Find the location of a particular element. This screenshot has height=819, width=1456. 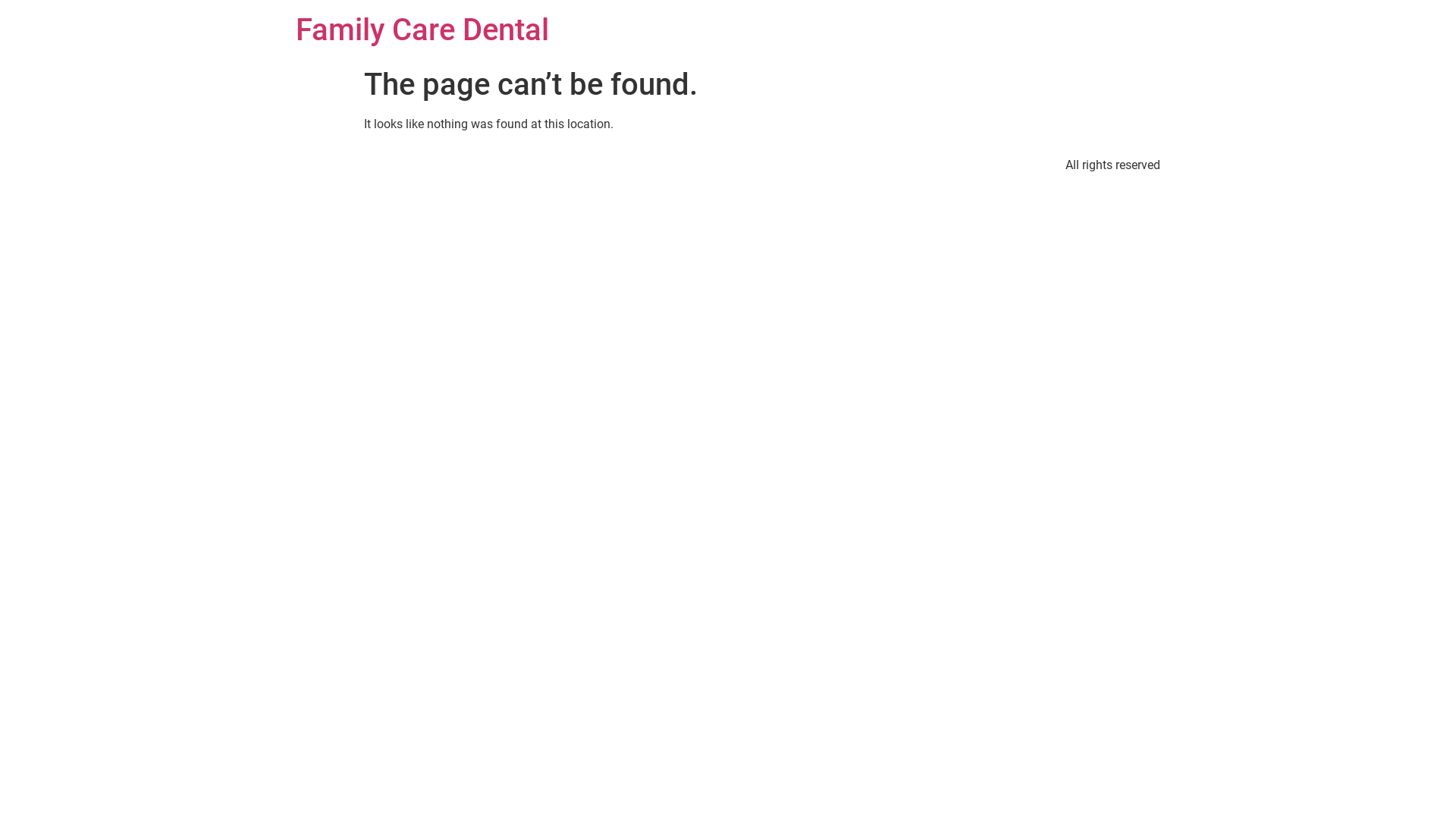

'Family Care Dental' is located at coordinates (422, 30).